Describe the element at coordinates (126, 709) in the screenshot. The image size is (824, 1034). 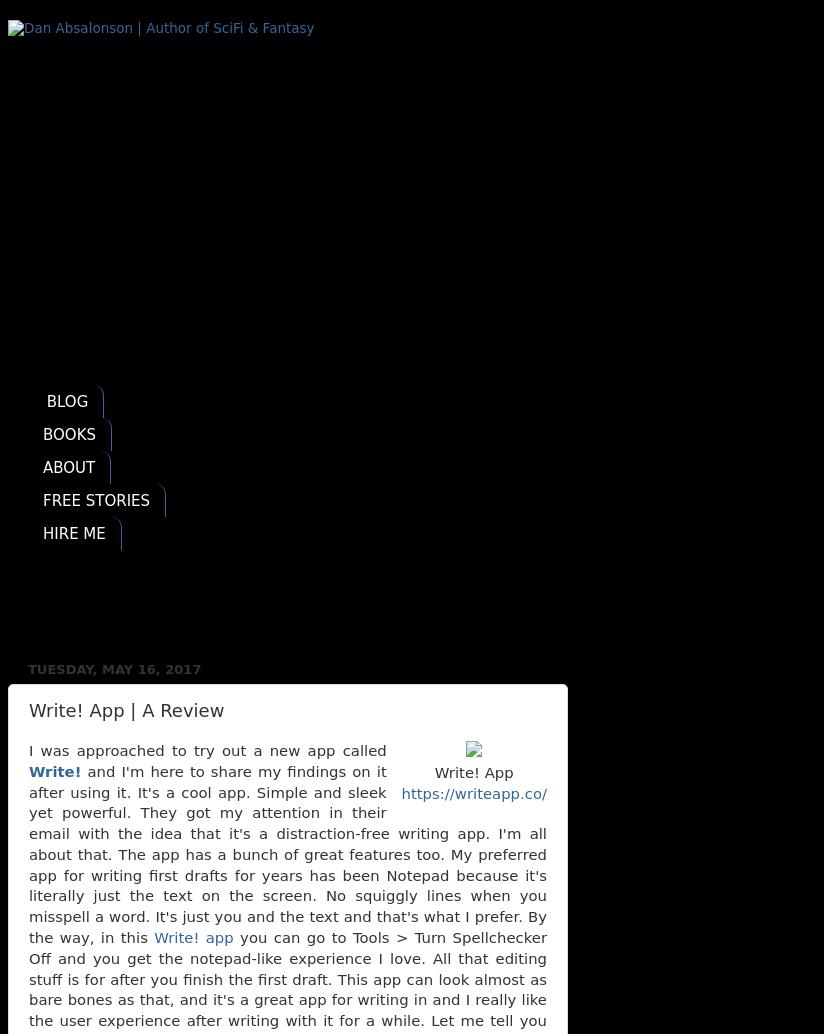
I see `'Write! App | A Review'` at that location.